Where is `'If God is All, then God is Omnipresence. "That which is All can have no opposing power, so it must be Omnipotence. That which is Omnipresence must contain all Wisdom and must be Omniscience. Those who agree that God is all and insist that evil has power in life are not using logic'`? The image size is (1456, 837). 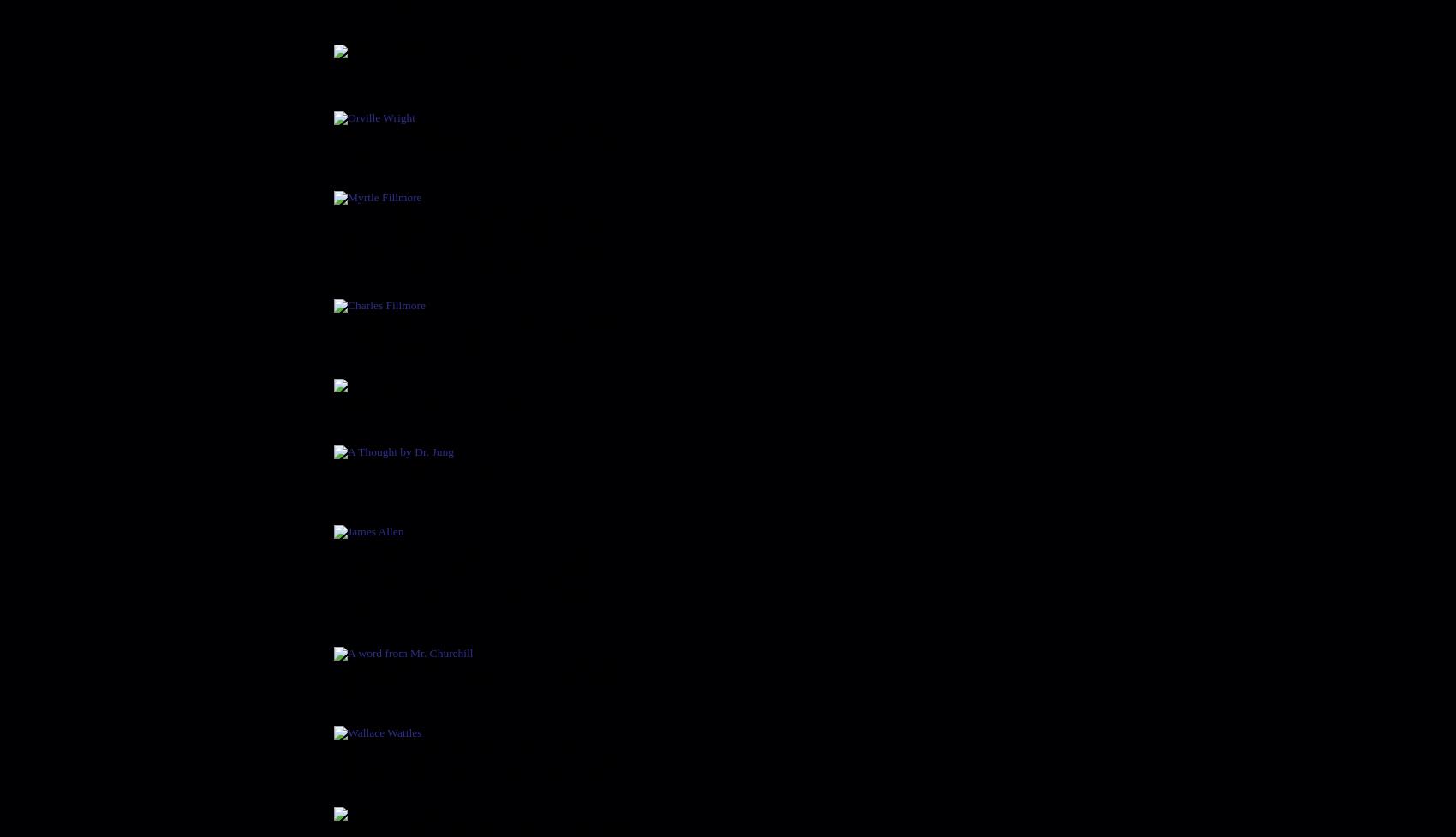
'If God is All, then God is Omnipresence. "That which is All can have no opposing power, so it must be Omnipotence. That which is Omnipresence must contain all Wisdom and must be Omniscience. Those who agree that God is all and insist that evil has power in life are not using logic' is located at coordinates (480, 237).